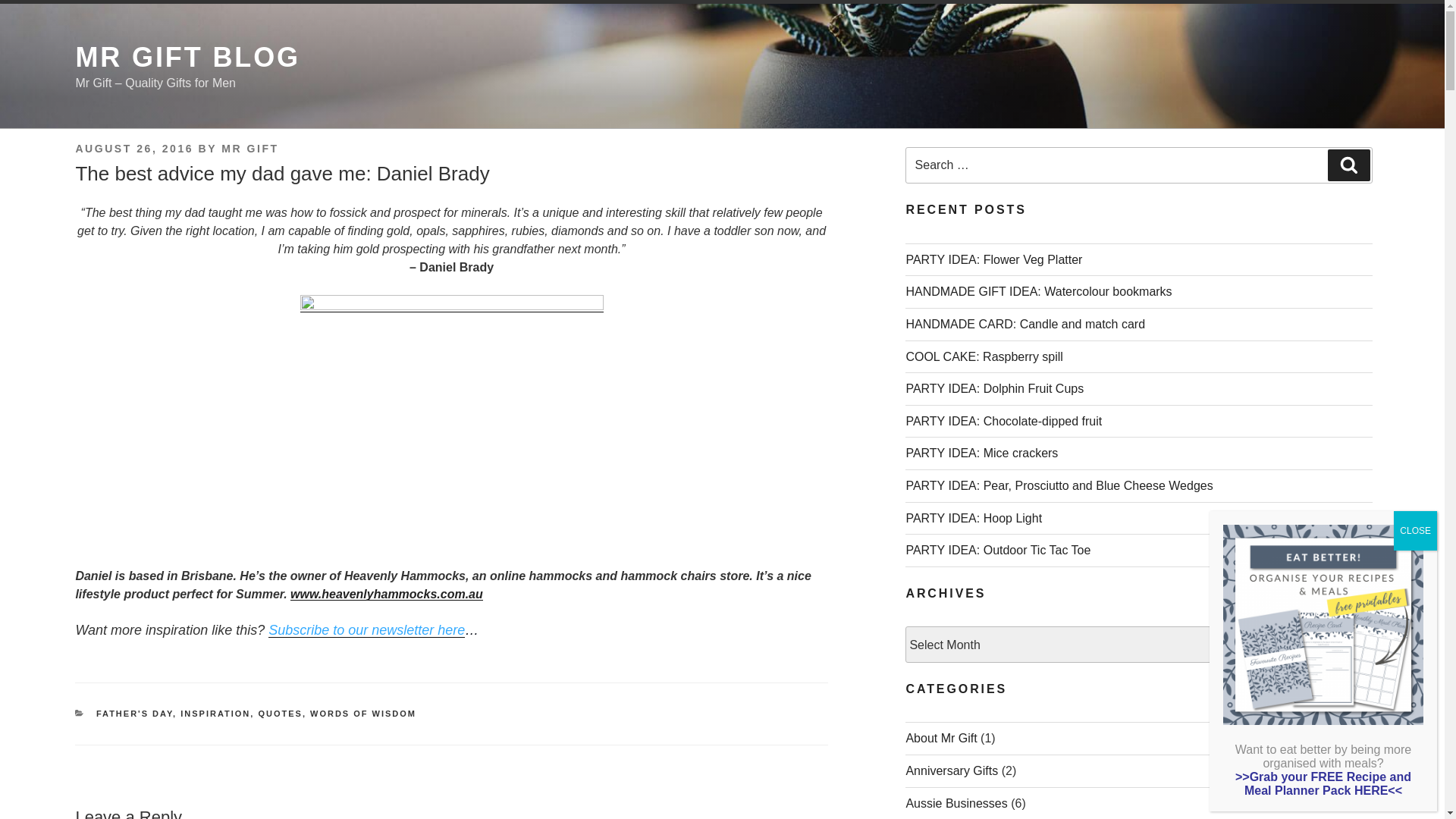 This screenshot has height=819, width=1456. I want to click on 'MR GIFT BLOG', so click(187, 56).